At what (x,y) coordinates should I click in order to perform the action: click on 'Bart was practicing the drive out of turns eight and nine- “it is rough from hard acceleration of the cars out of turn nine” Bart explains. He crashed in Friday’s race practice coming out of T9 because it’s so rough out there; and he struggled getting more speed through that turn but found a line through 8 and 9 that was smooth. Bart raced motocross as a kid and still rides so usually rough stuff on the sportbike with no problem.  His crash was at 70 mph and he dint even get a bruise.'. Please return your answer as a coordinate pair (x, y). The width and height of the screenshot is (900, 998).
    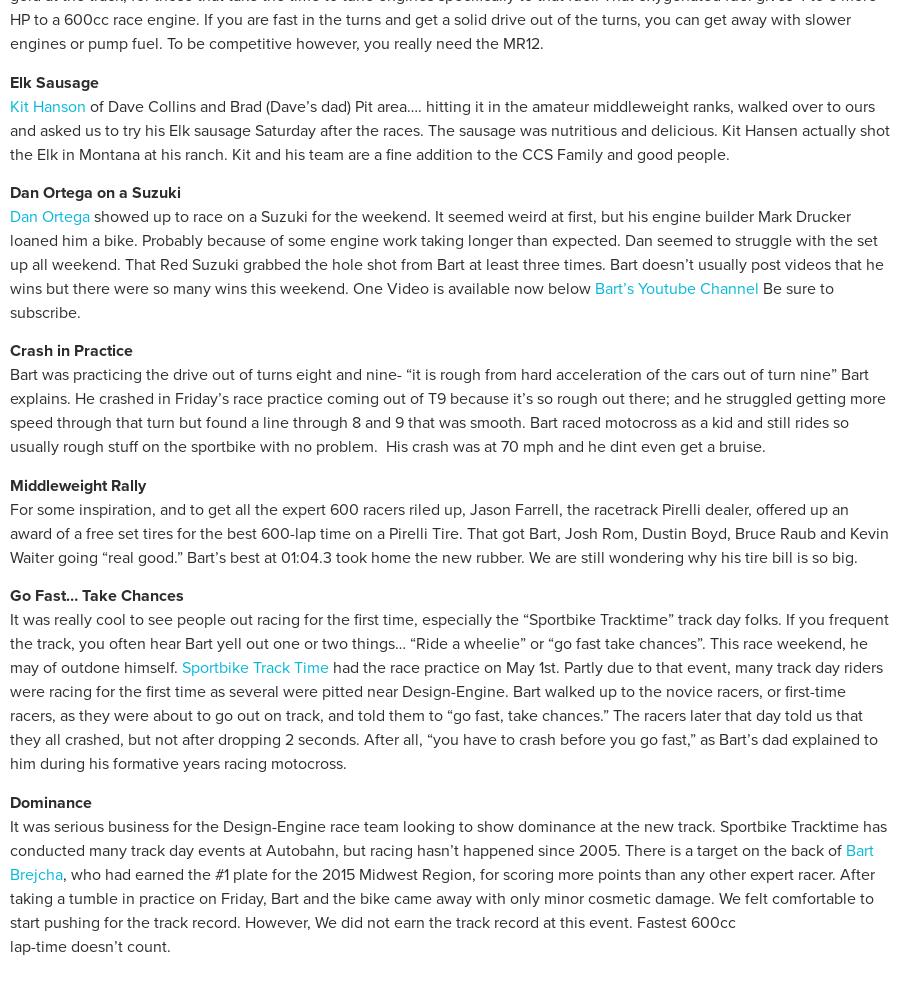
    Looking at the image, I should click on (448, 410).